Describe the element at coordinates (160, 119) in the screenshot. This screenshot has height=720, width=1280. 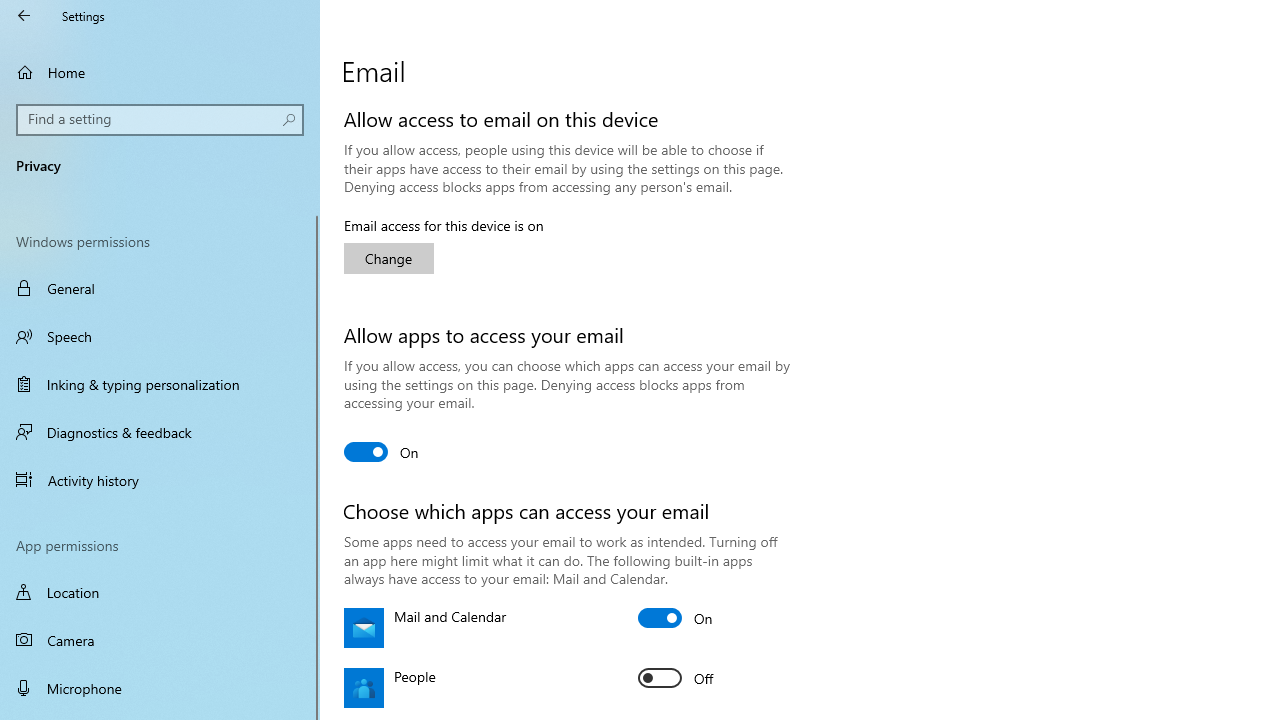
I see `'Search box, Find a setting'` at that location.